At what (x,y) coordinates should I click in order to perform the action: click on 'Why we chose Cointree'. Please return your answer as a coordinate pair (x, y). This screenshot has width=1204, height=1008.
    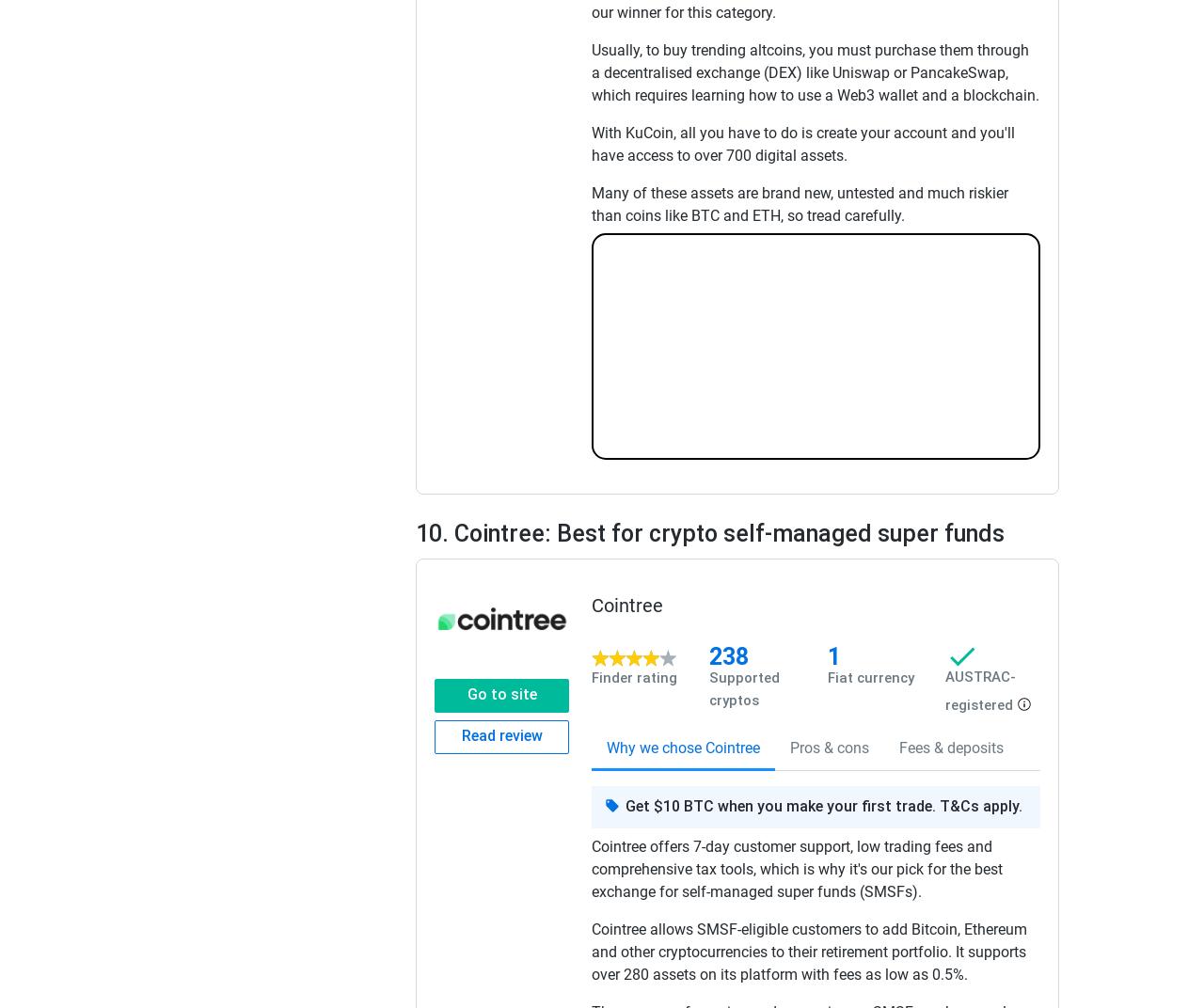
    Looking at the image, I should click on (682, 747).